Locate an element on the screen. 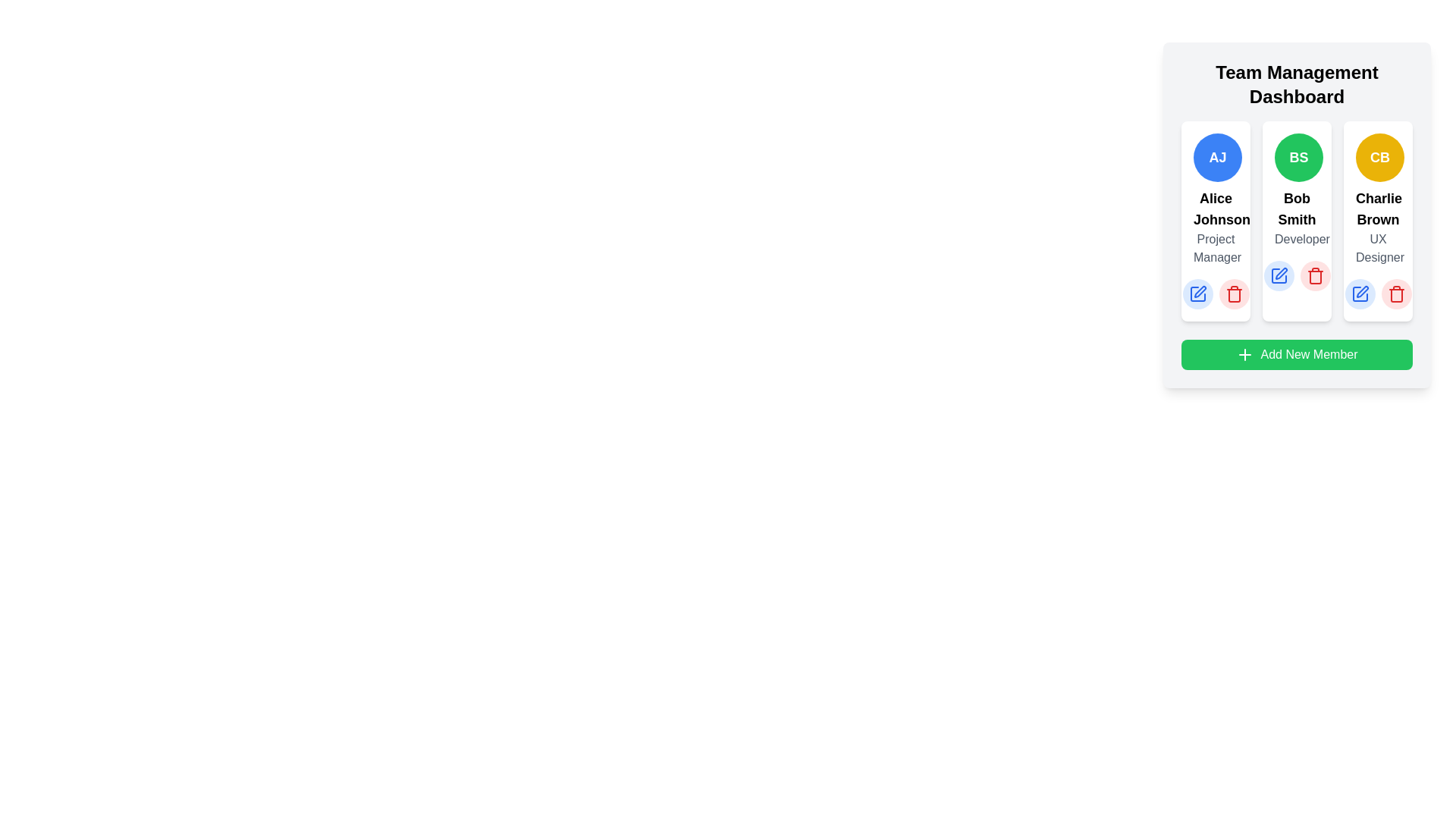 The image size is (1456, 819). the button located at the bottom of the 'Team Management Dashboard' to initiate adding a new member is located at coordinates (1296, 354).